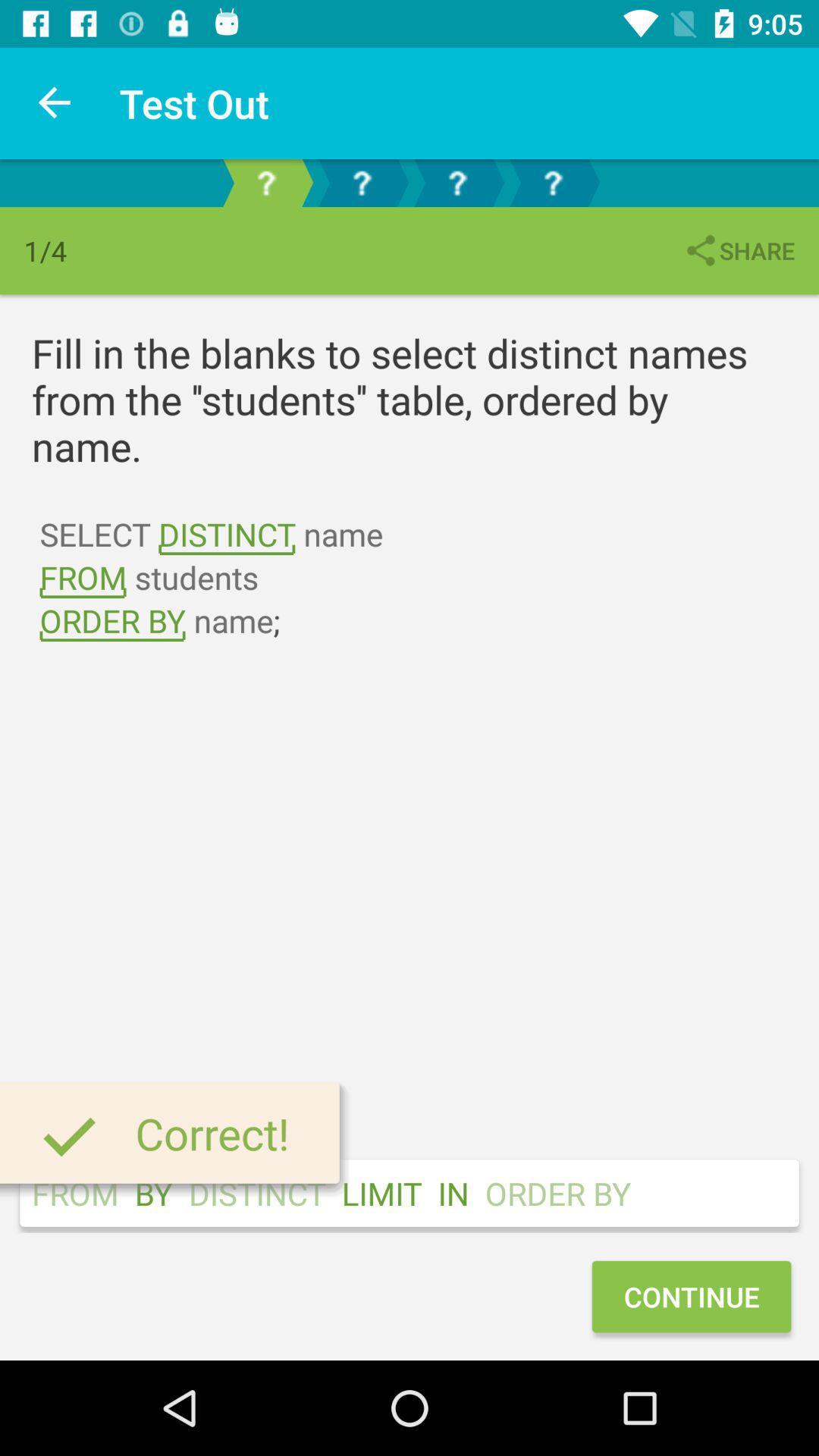 This screenshot has height=1456, width=819. What do you see at coordinates (456, 182) in the screenshot?
I see `next question` at bounding box center [456, 182].